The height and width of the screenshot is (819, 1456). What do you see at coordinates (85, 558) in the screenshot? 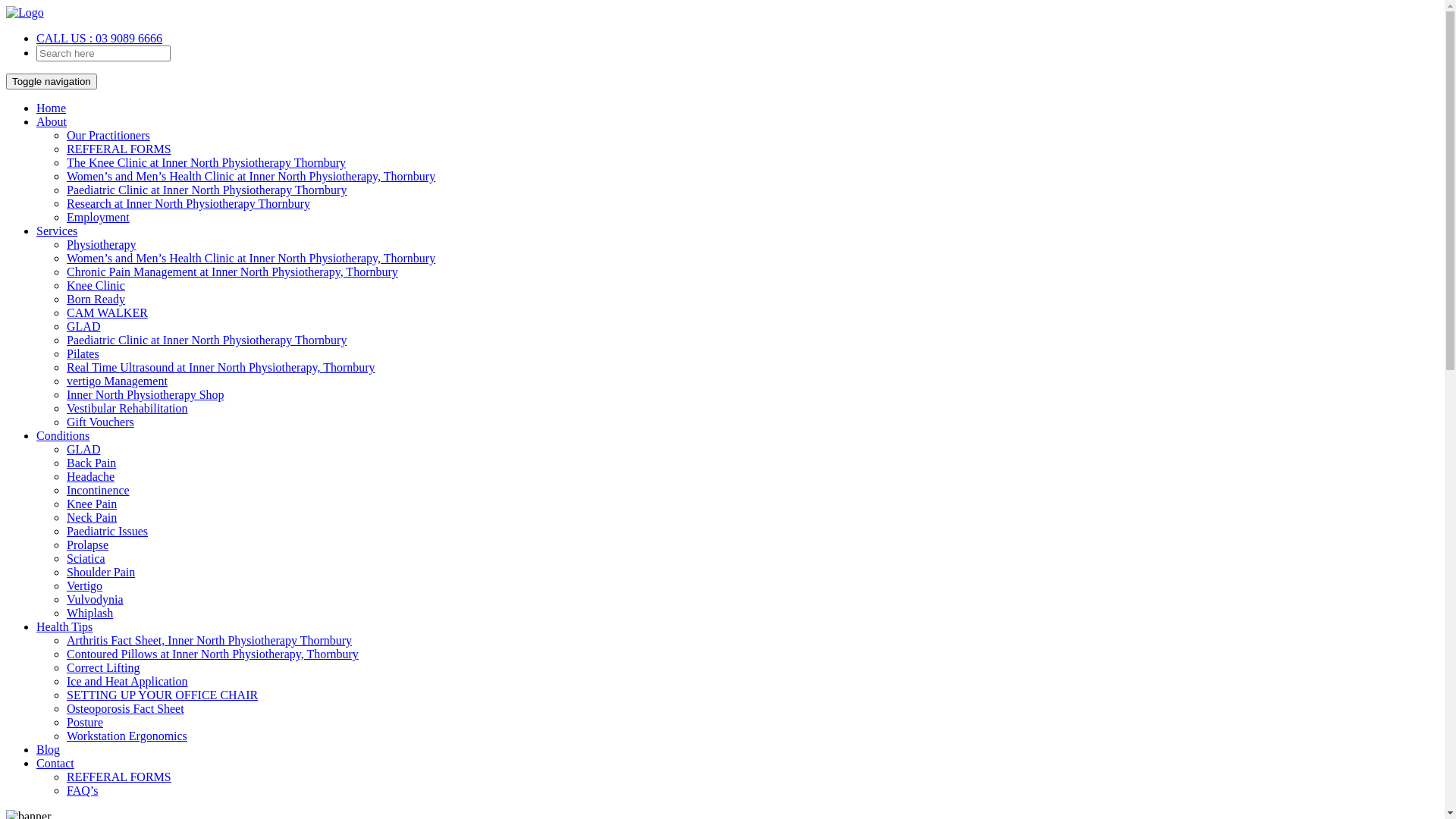
I see `'Sciatica'` at bounding box center [85, 558].